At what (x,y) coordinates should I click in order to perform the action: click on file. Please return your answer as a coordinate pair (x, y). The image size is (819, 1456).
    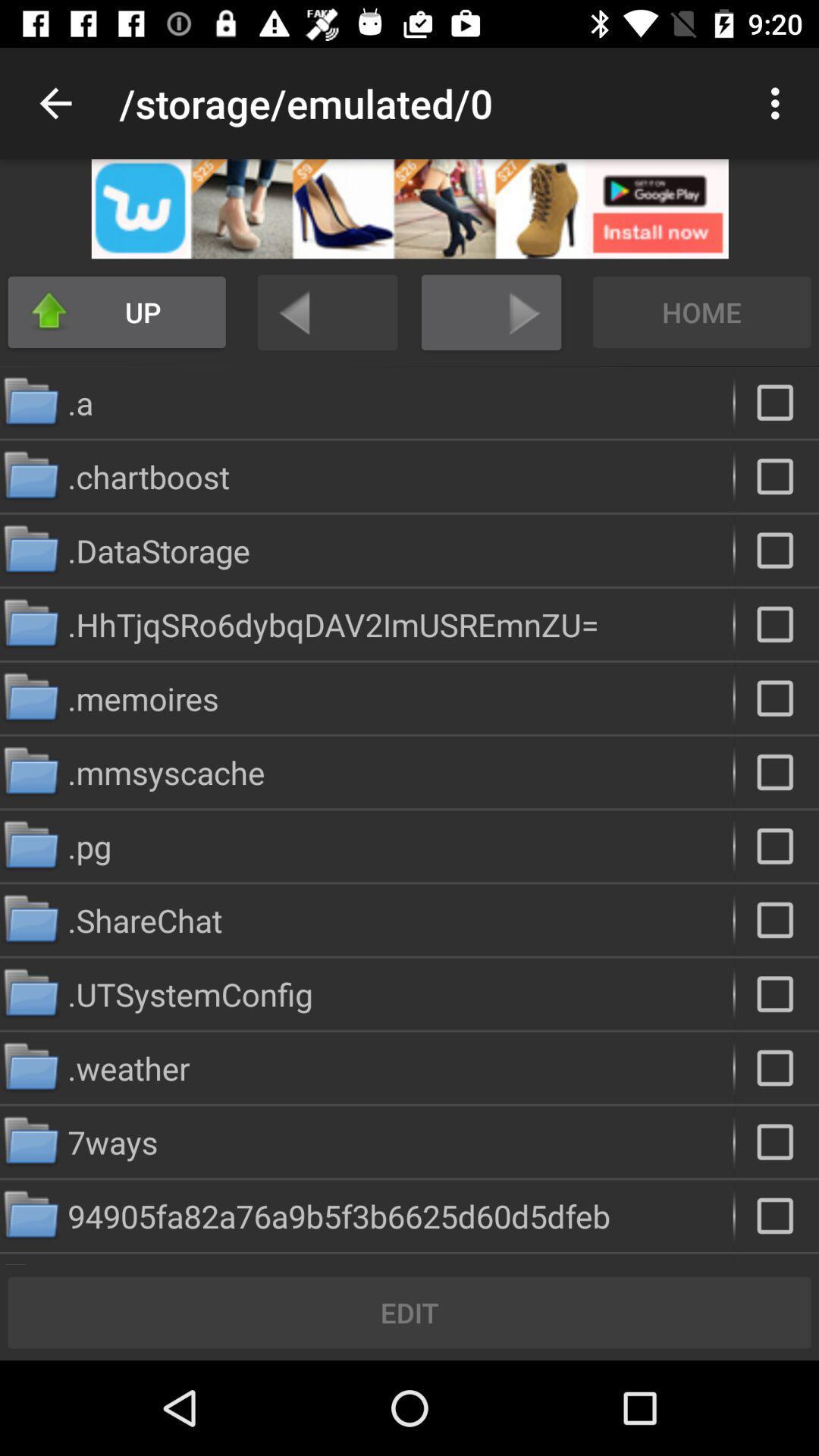
    Looking at the image, I should click on (777, 698).